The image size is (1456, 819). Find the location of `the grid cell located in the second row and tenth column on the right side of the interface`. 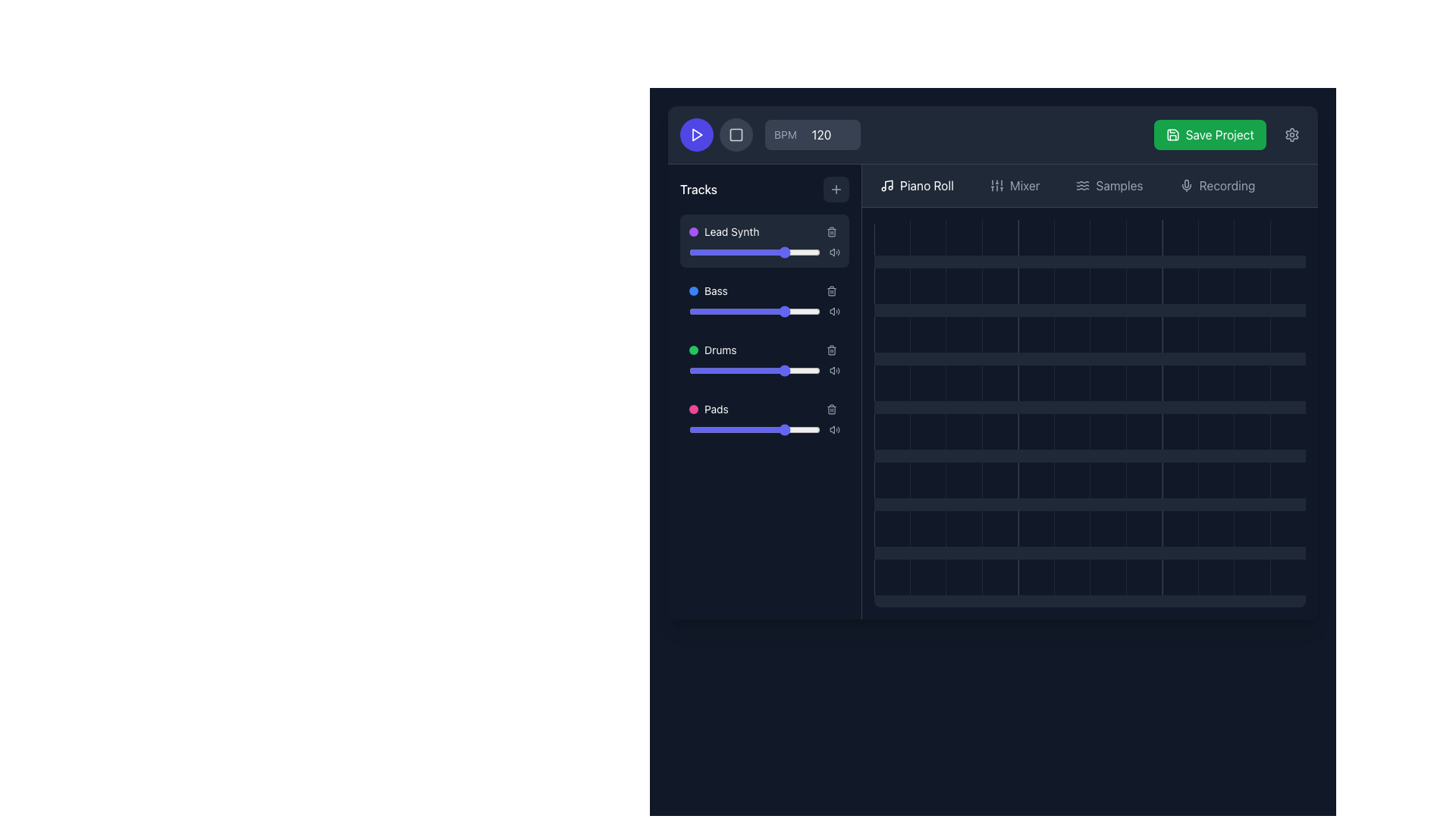

the grid cell located in the second row and tenth column on the right side of the interface is located at coordinates (1216, 286).